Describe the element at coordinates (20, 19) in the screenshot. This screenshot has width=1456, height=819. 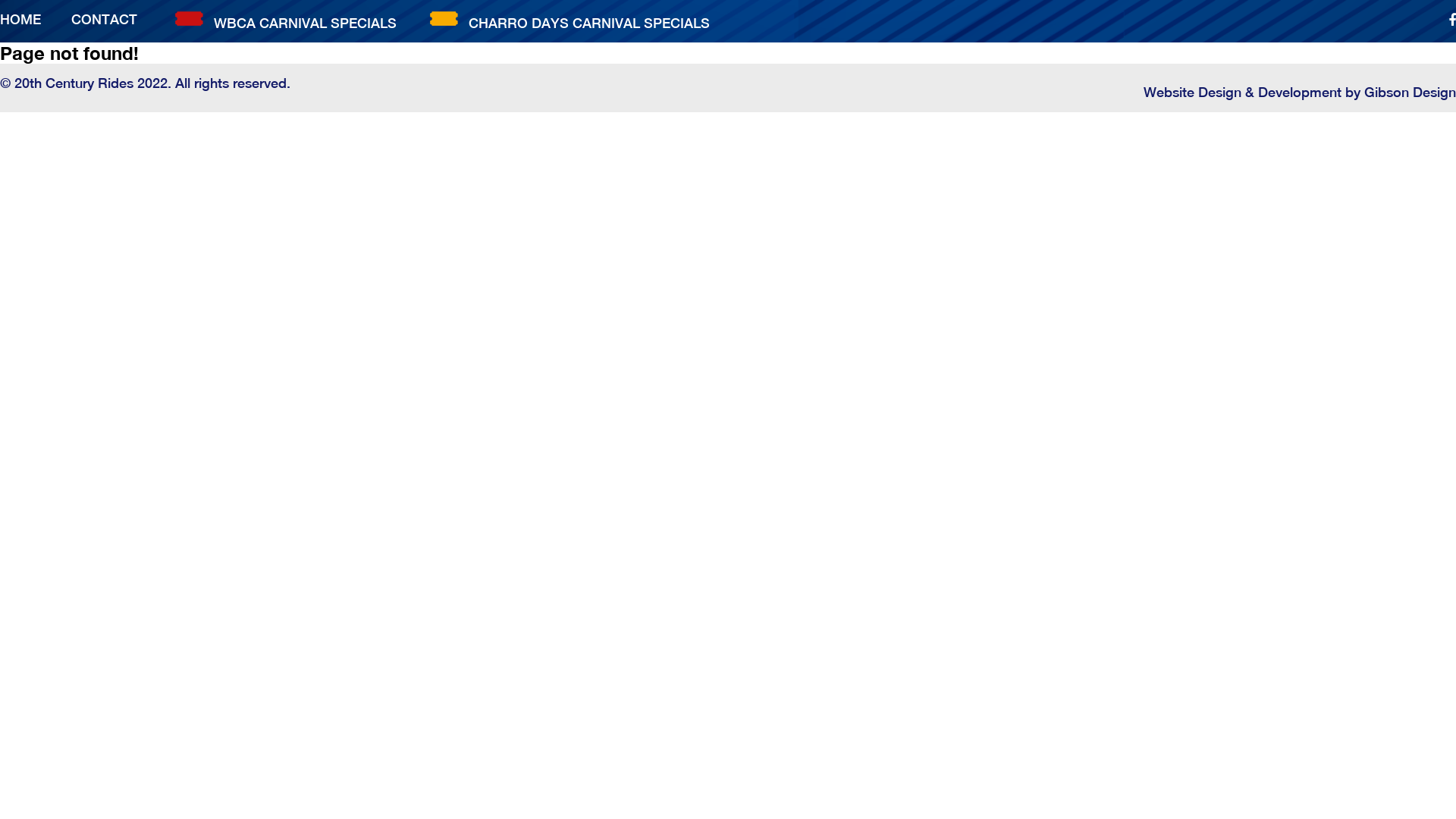
I see `'HOME'` at that location.